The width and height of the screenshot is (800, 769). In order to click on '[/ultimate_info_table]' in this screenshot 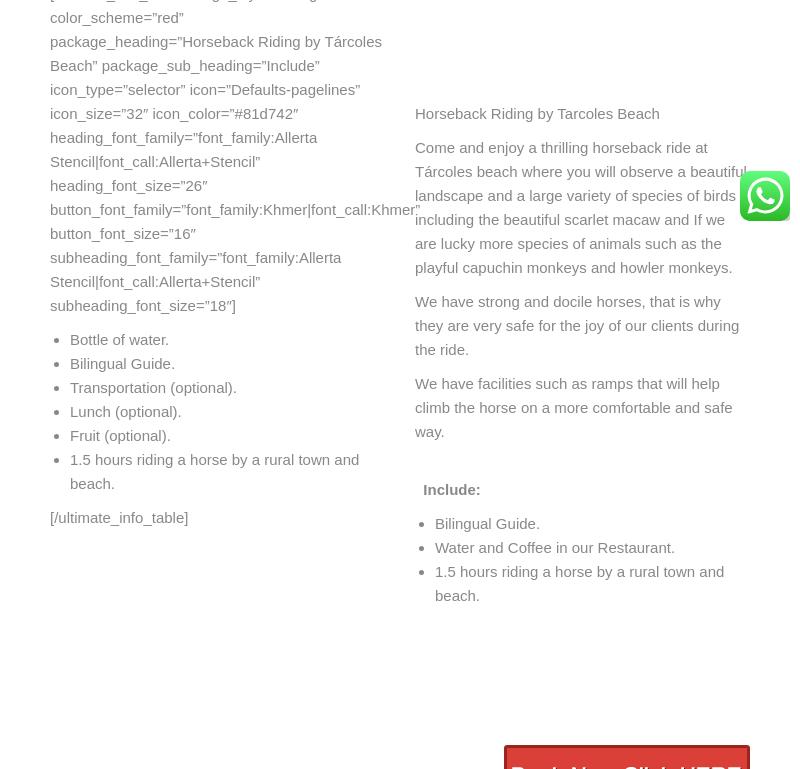, I will do `click(117, 516)`.